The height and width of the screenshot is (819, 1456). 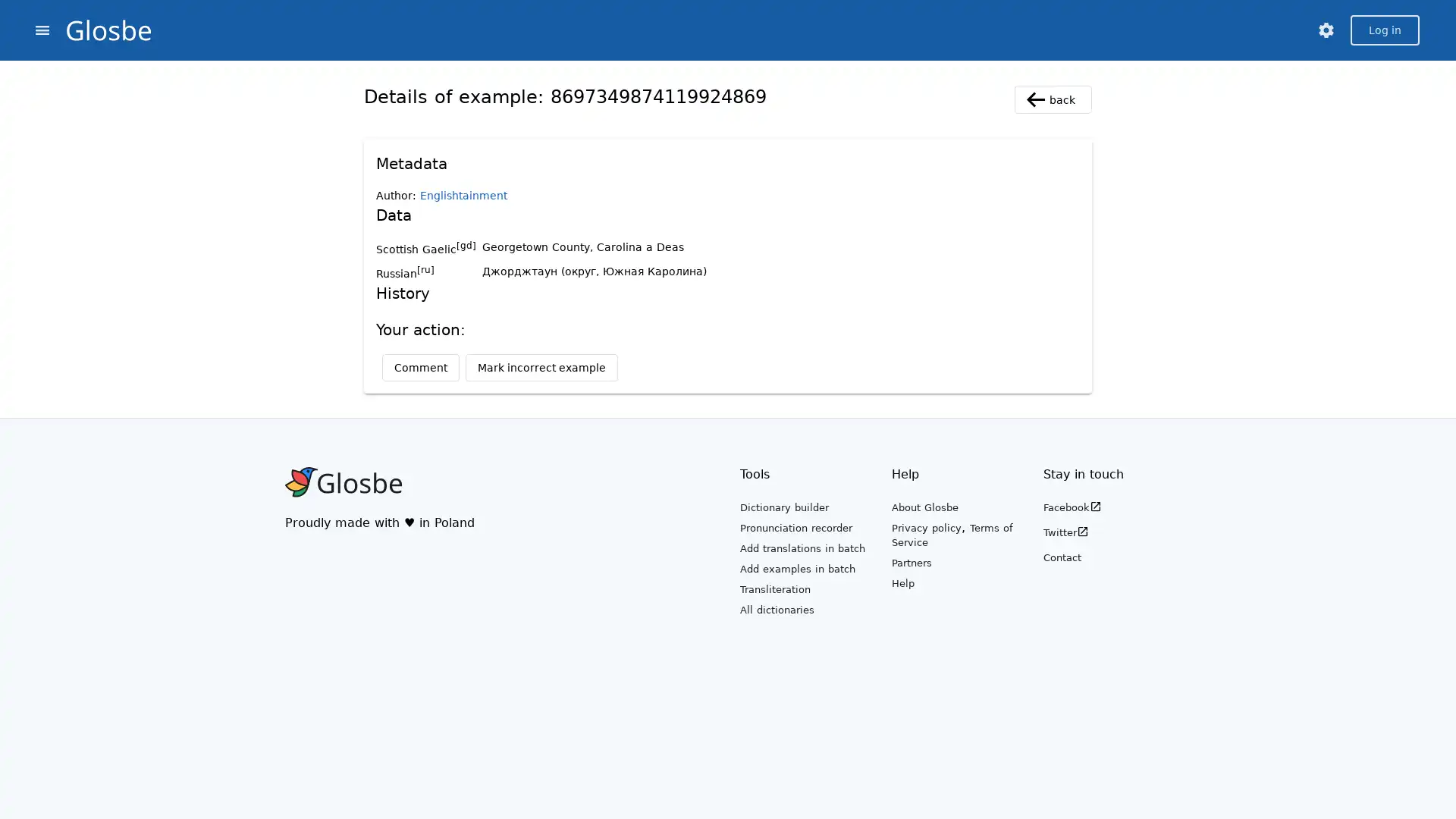 I want to click on Mark incorrect example, so click(x=541, y=368).